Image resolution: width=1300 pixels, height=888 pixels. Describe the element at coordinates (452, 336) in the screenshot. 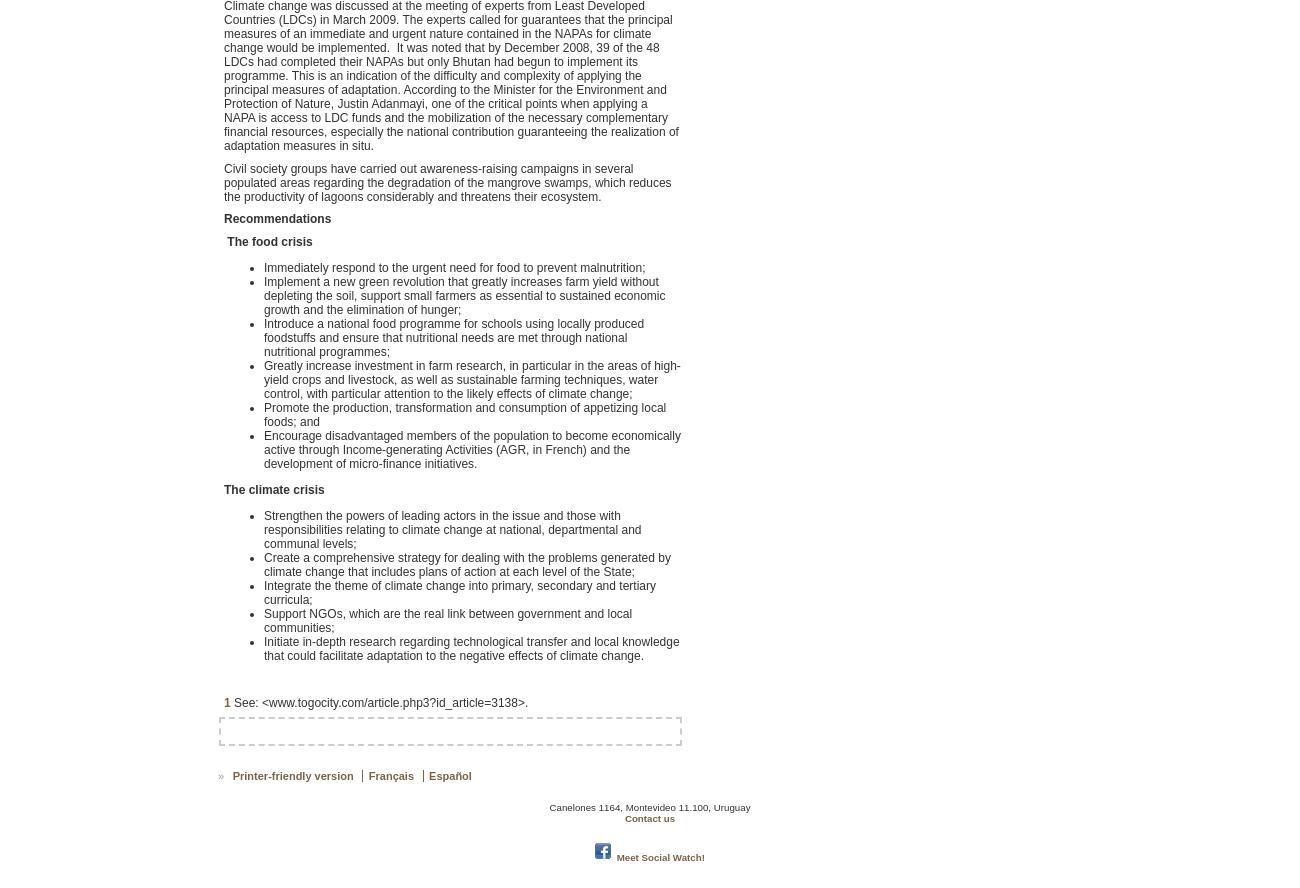

I see `'Introduce  a national food programme for schools using locally produced foodstuffs and  ensure that nutritional needs are met through national nutritional programmes;'` at that location.